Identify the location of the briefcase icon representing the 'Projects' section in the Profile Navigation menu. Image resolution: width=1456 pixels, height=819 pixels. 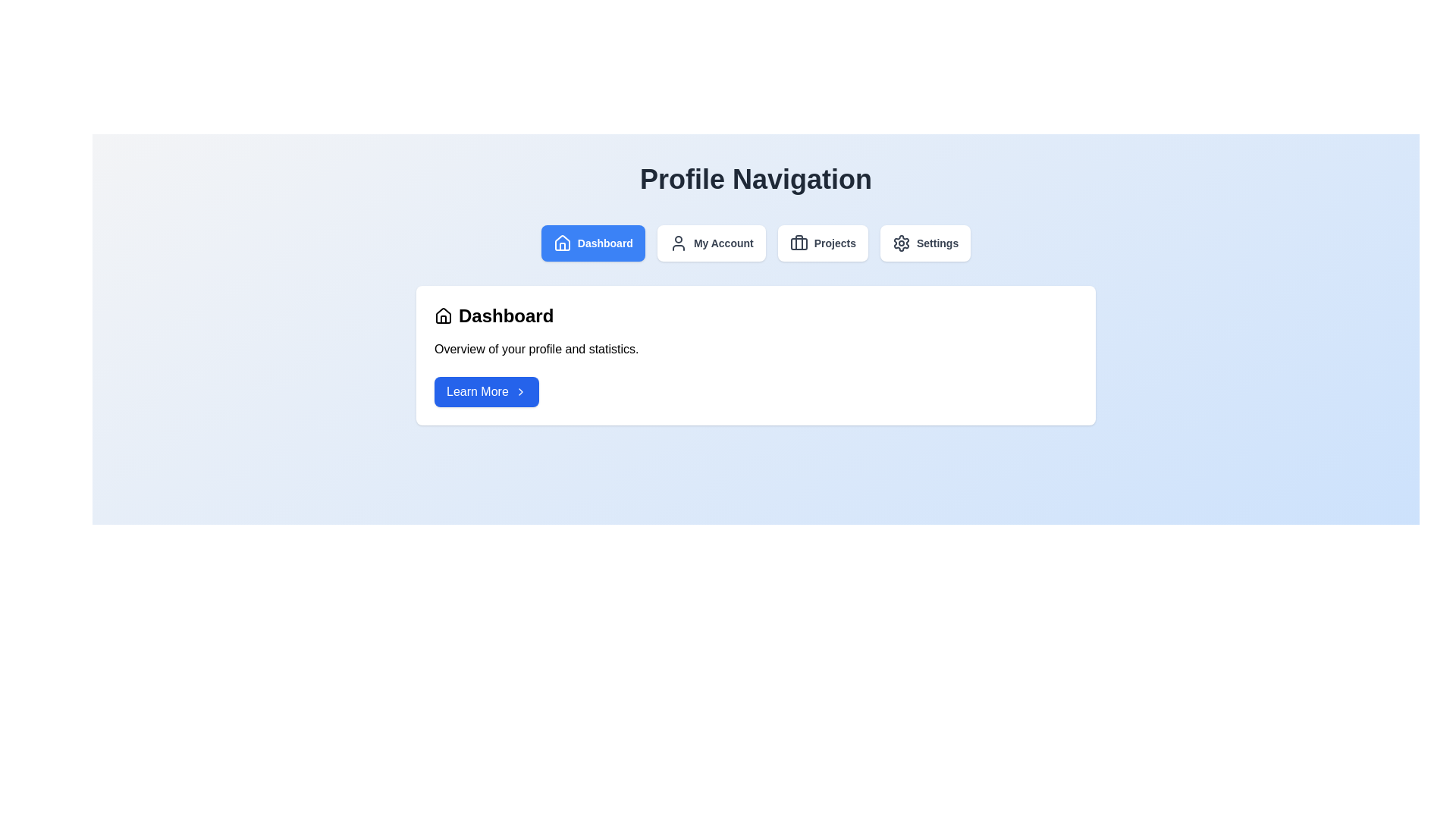
(798, 242).